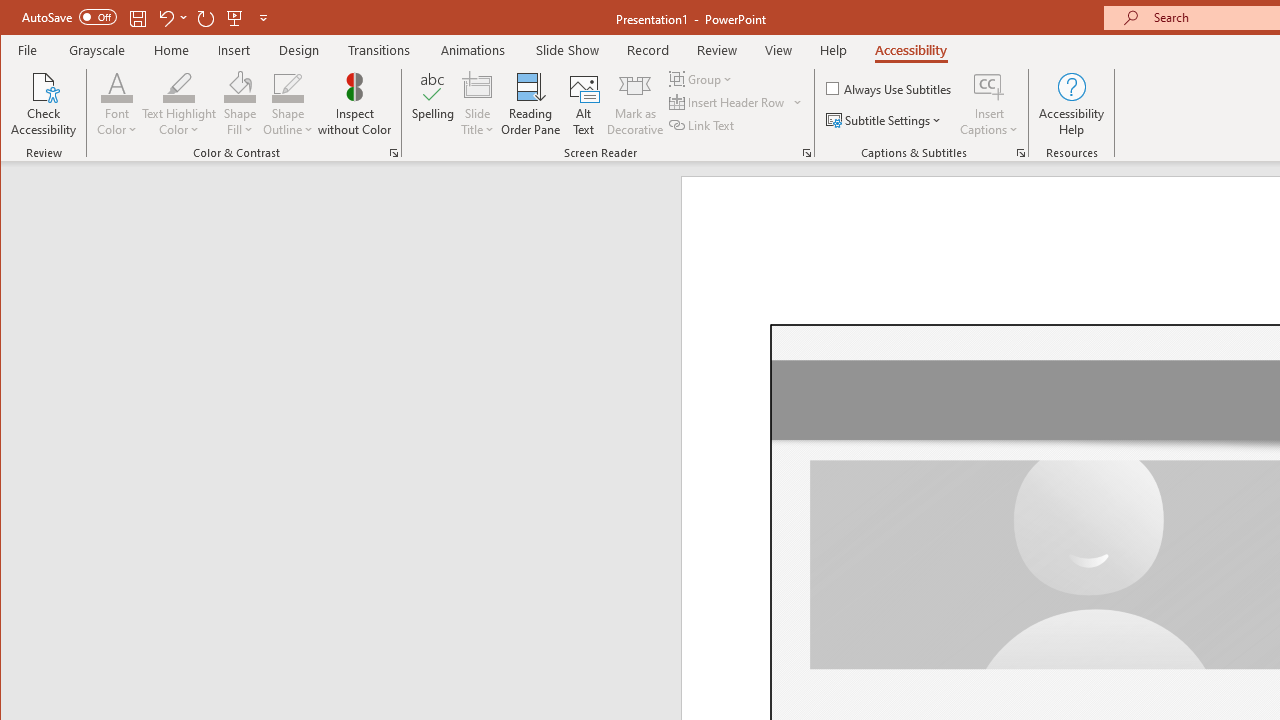 The height and width of the screenshot is (720, 1280). Describe the element at coordinates (989, 85) in the screenshot. I see `'Insert Captions'` at that location.